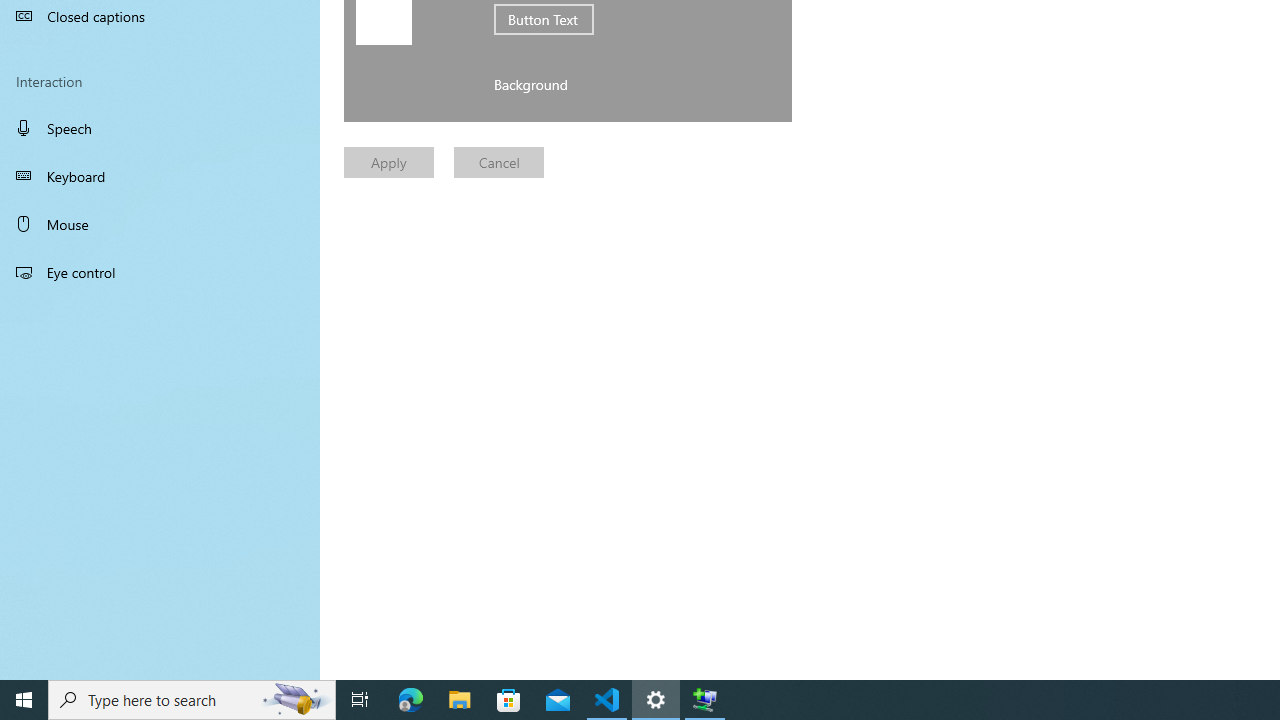 The image size is (1280, 720). I want to click on 'Task View', so click(359, 698).